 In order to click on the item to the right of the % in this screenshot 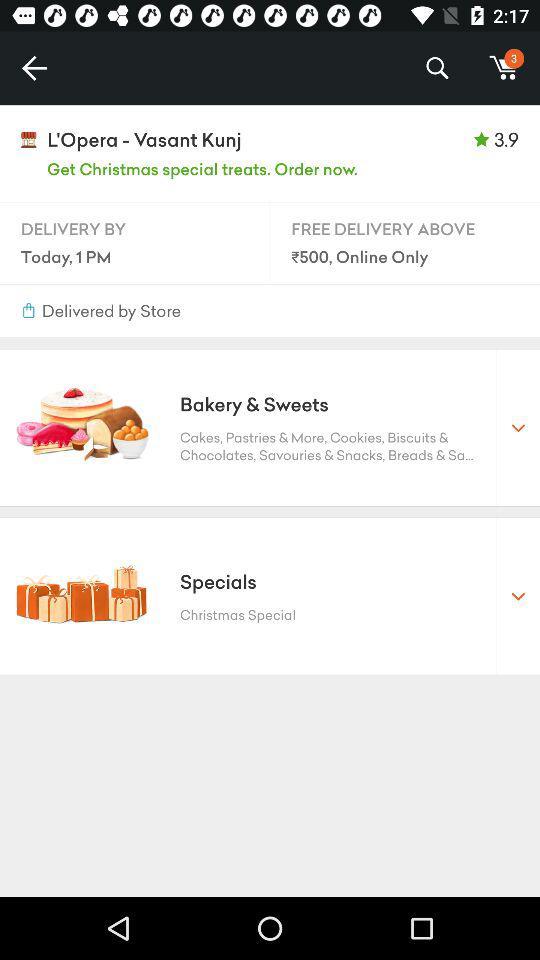, I will do `click(503, 68)`.